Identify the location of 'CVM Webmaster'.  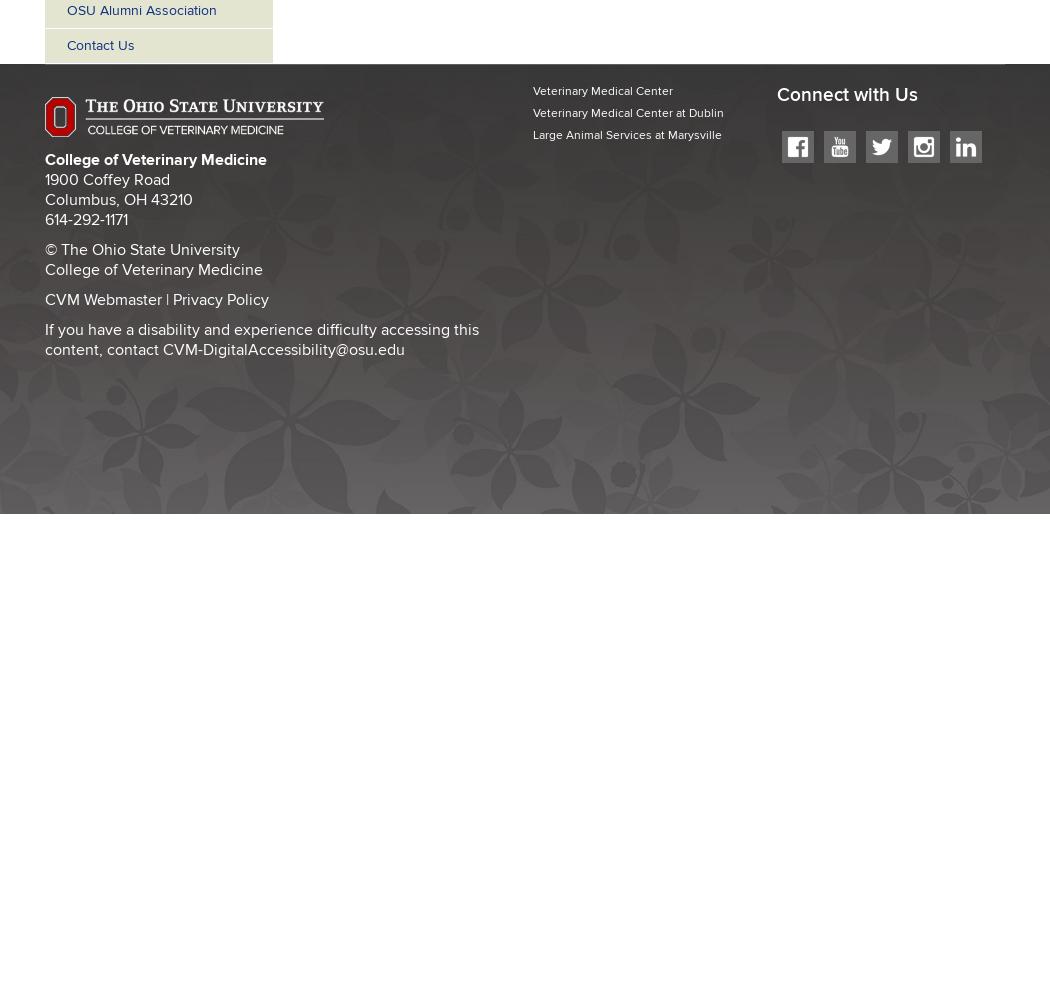
(103, 299).